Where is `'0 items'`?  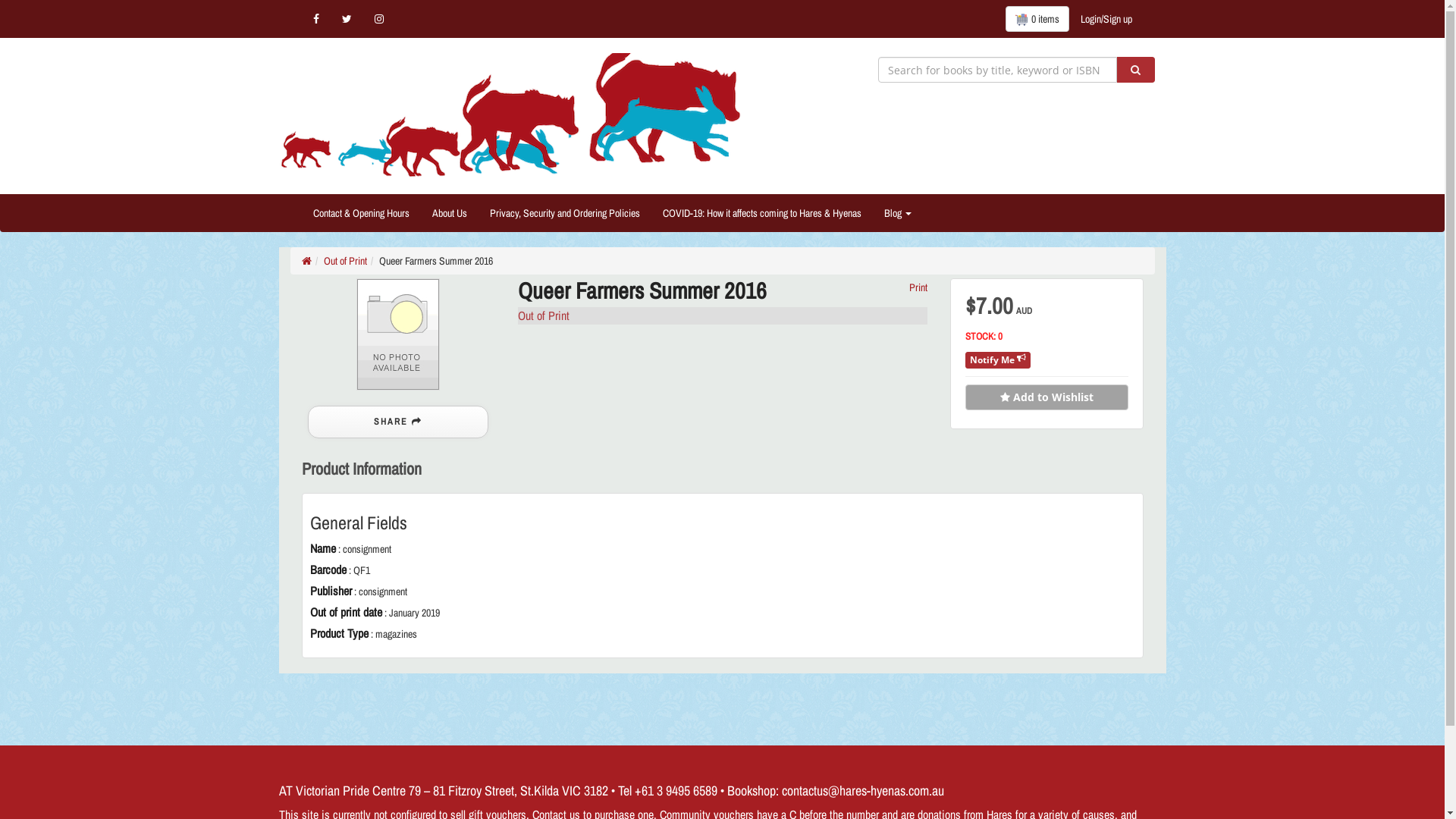 '0 items' is located at coordinates (1037, 18).